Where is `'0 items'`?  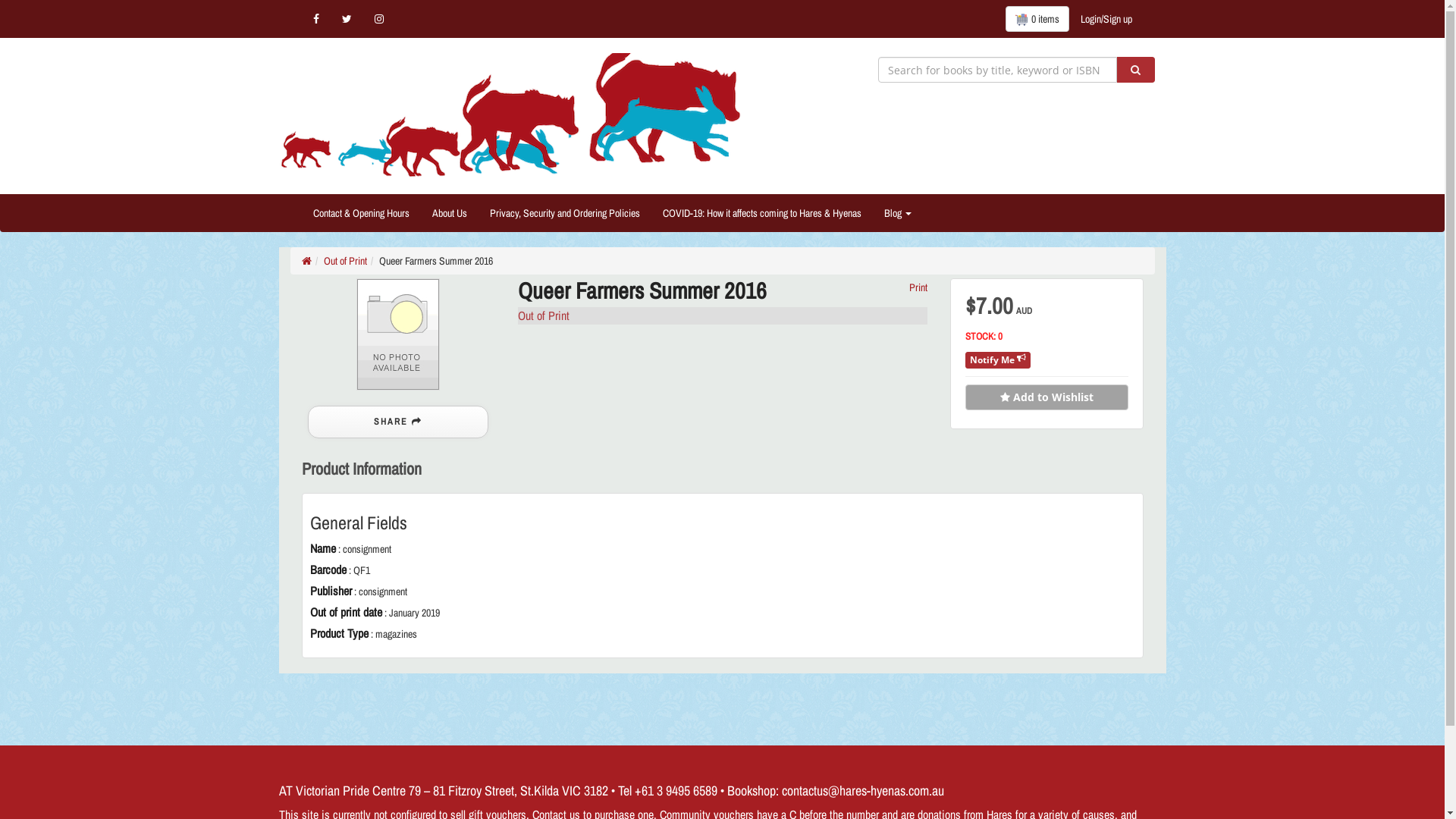 '0 items' is located at coordinates (1037, 18).